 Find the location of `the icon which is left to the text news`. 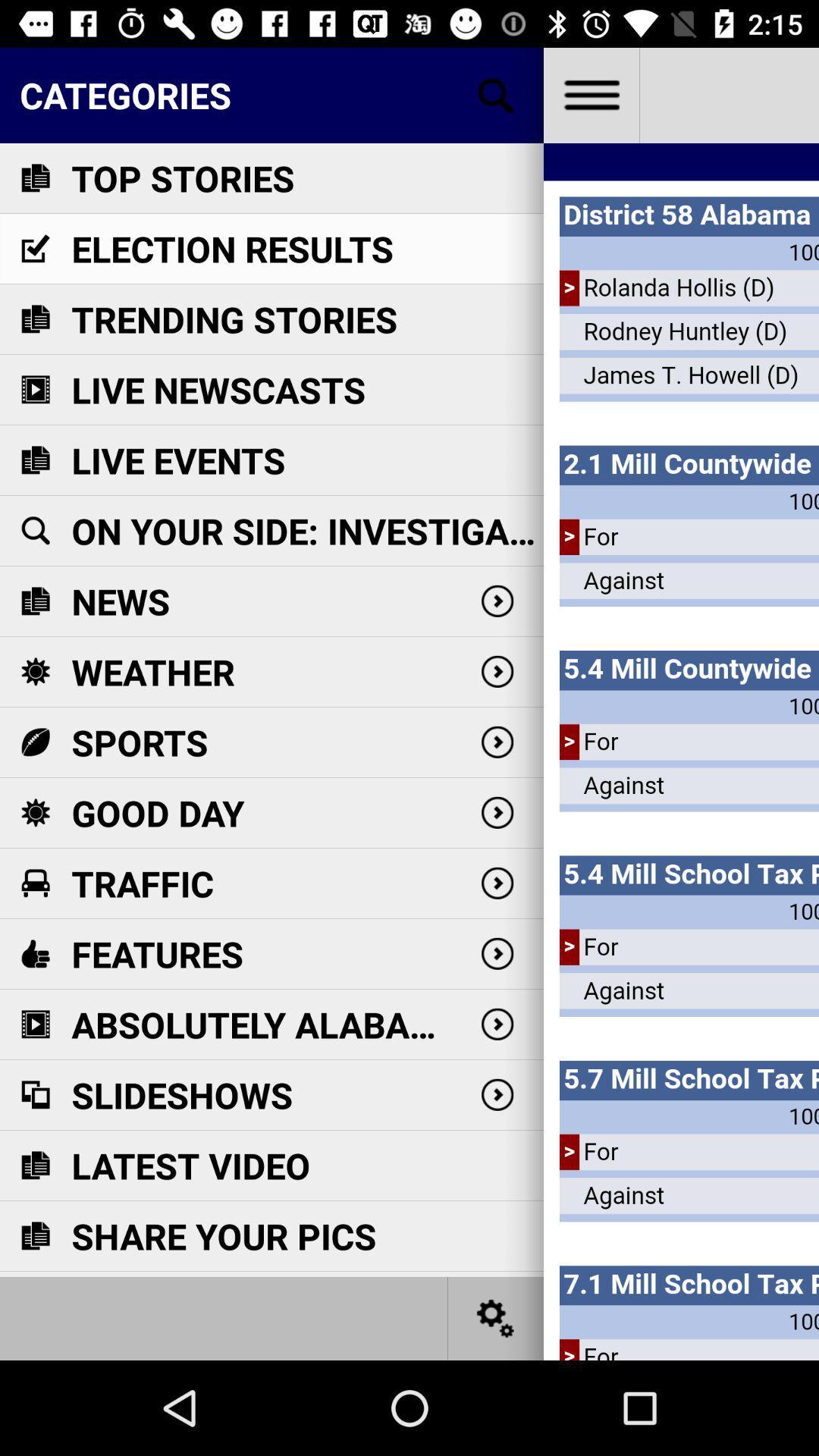

the icon which is left to the text news is located at coordinates (34, 600).